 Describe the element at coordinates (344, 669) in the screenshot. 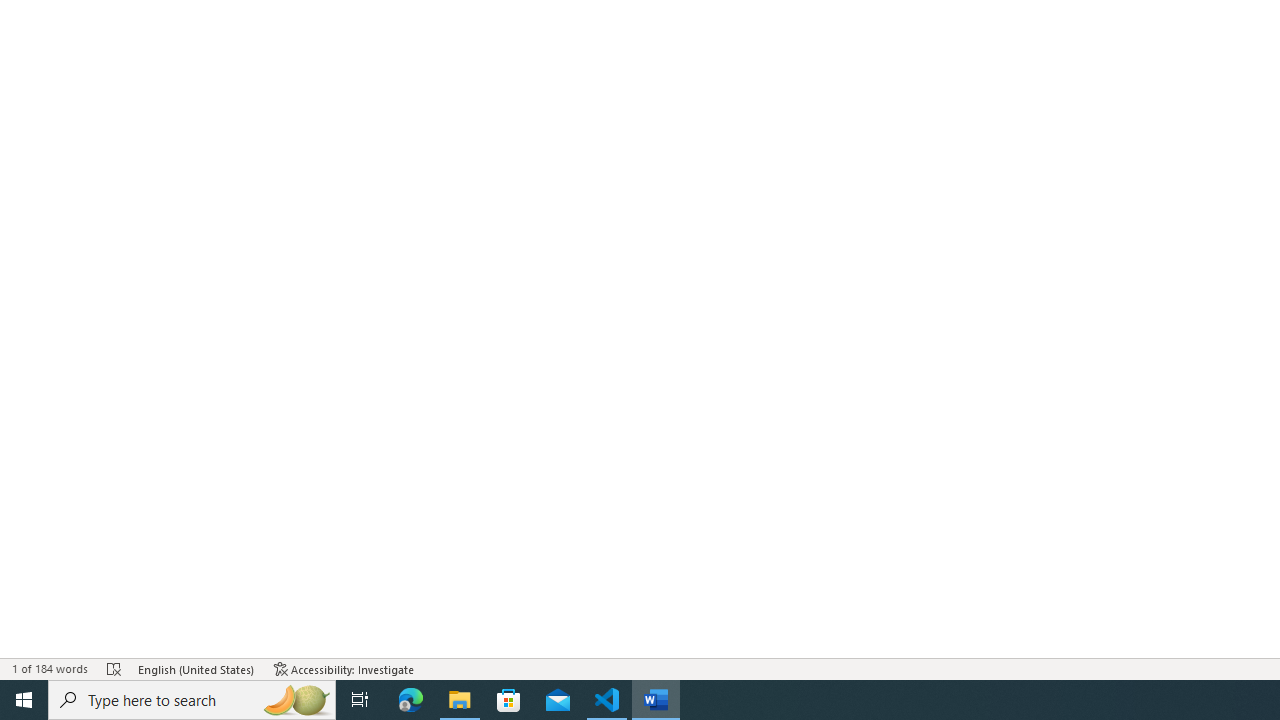

I see `'Accessibility Checker Accessibility: Investigate'` at that location.